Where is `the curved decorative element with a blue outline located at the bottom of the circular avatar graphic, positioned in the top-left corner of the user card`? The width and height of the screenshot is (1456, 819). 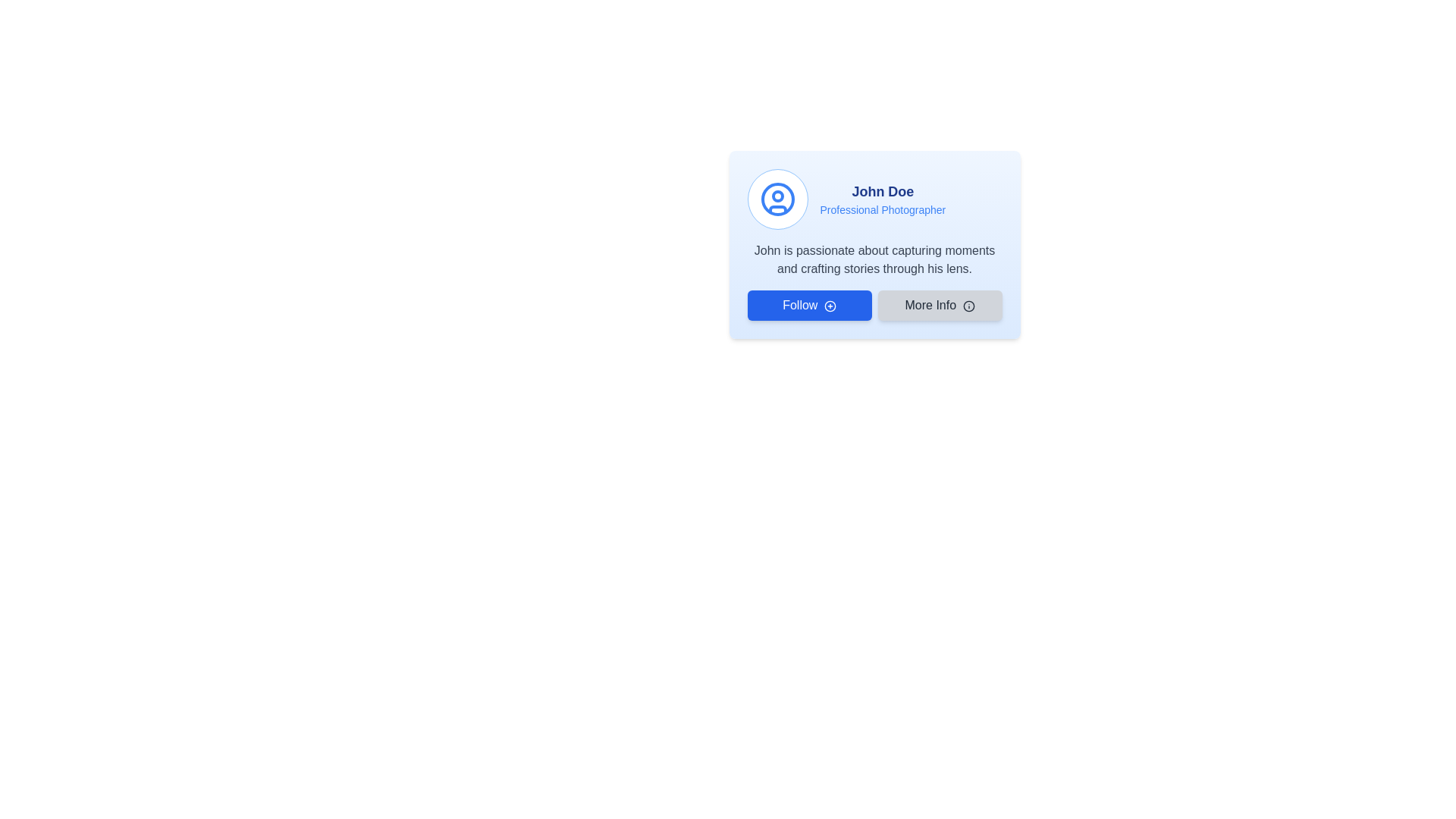 the curved decorative element with a blue outline located at the bottom of the circular avatar graphic, positioned in the top-left corner of the user card is located at coordinates (777, 209).